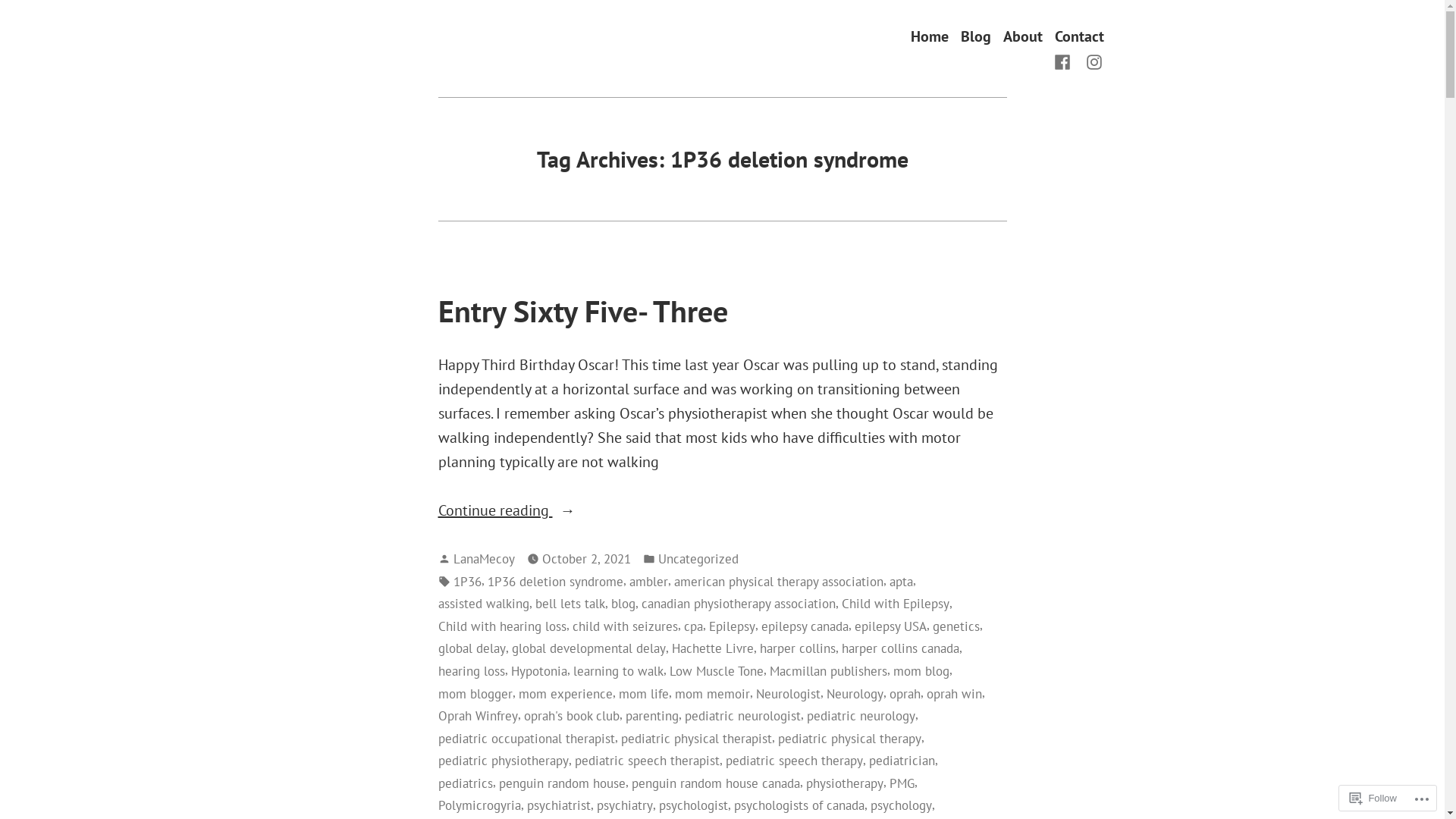 Image resolution: width=1456 pixels, height=819 pixels. What do you see at coordinates (953, 693) in the screenshot?
I see `'oprah win'` at bounding box center [953, 693].